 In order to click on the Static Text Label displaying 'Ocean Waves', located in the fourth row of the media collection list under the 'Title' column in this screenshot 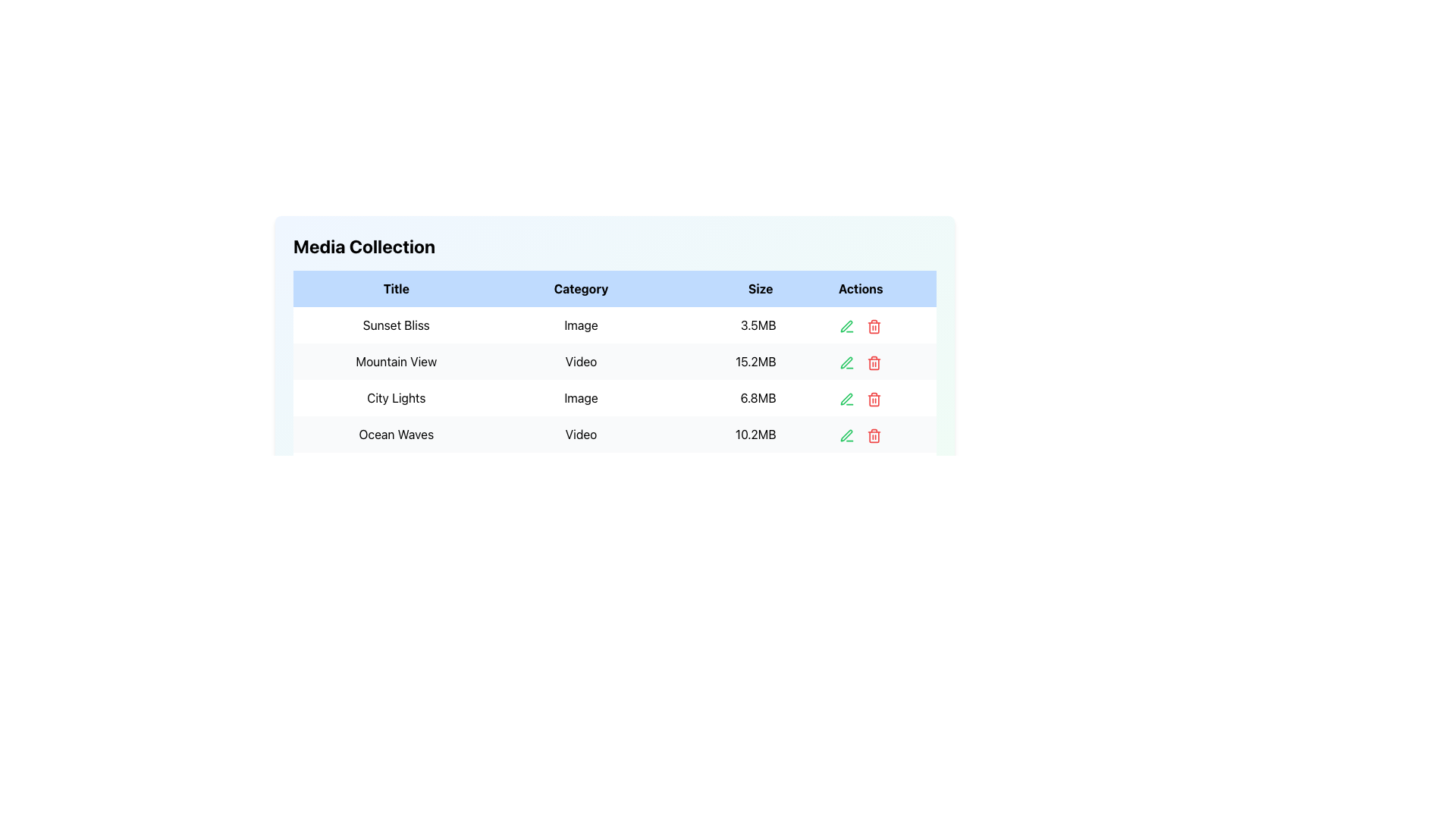, I will do `click(396, 435)`.